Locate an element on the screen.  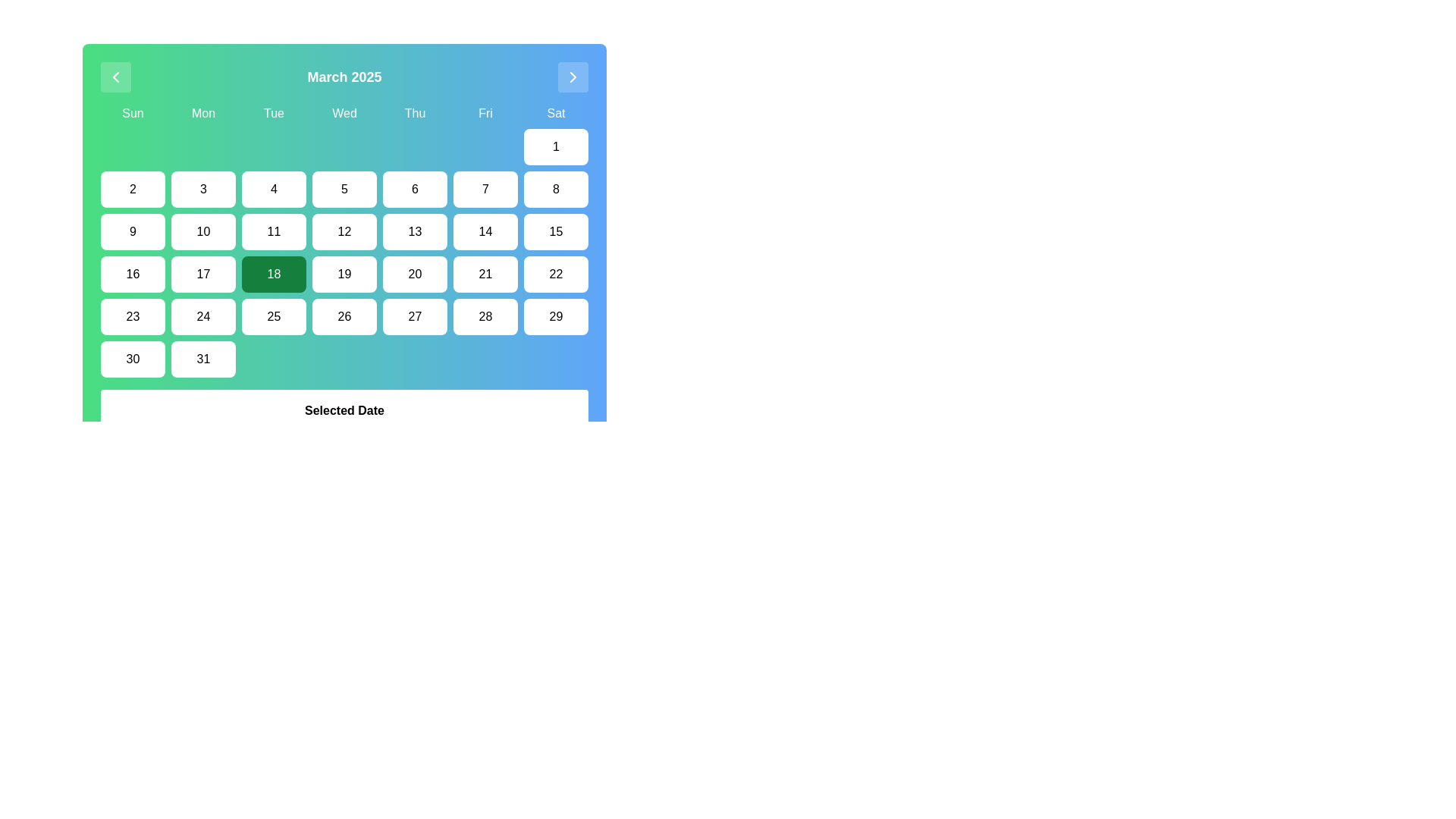
the button representing the date '2' of March 2025 located under the 'Sun' header in the first column and second row of the calendar grid is located at coordinates (133, 189).